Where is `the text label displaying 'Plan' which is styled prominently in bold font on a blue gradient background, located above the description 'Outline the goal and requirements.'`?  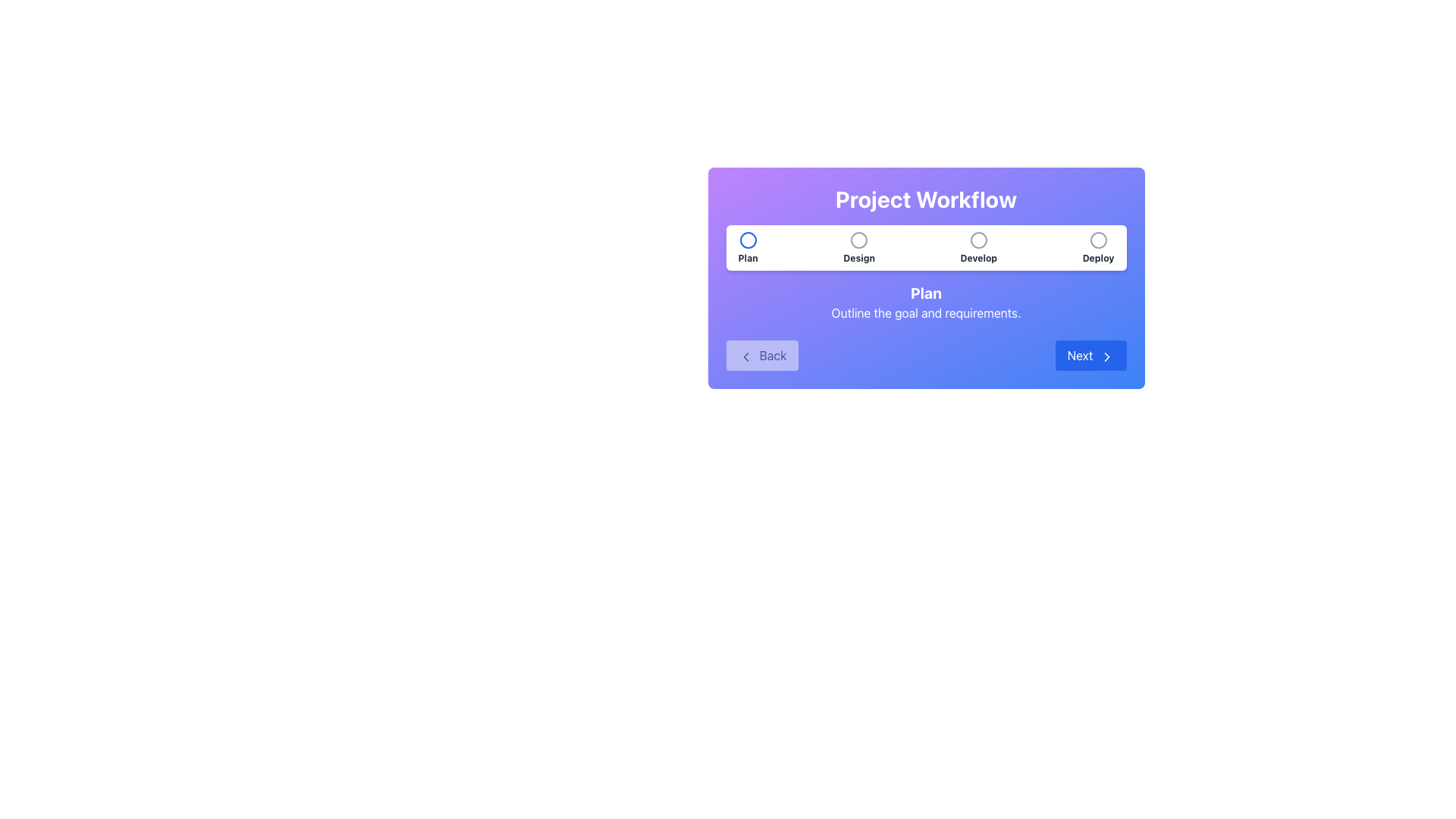 the text label displaying 'Plan' which is styled prominently in bold font on a blue gradient background, located above the description 'Outline the goal and requirements.' is located at coordinates (925, 293).